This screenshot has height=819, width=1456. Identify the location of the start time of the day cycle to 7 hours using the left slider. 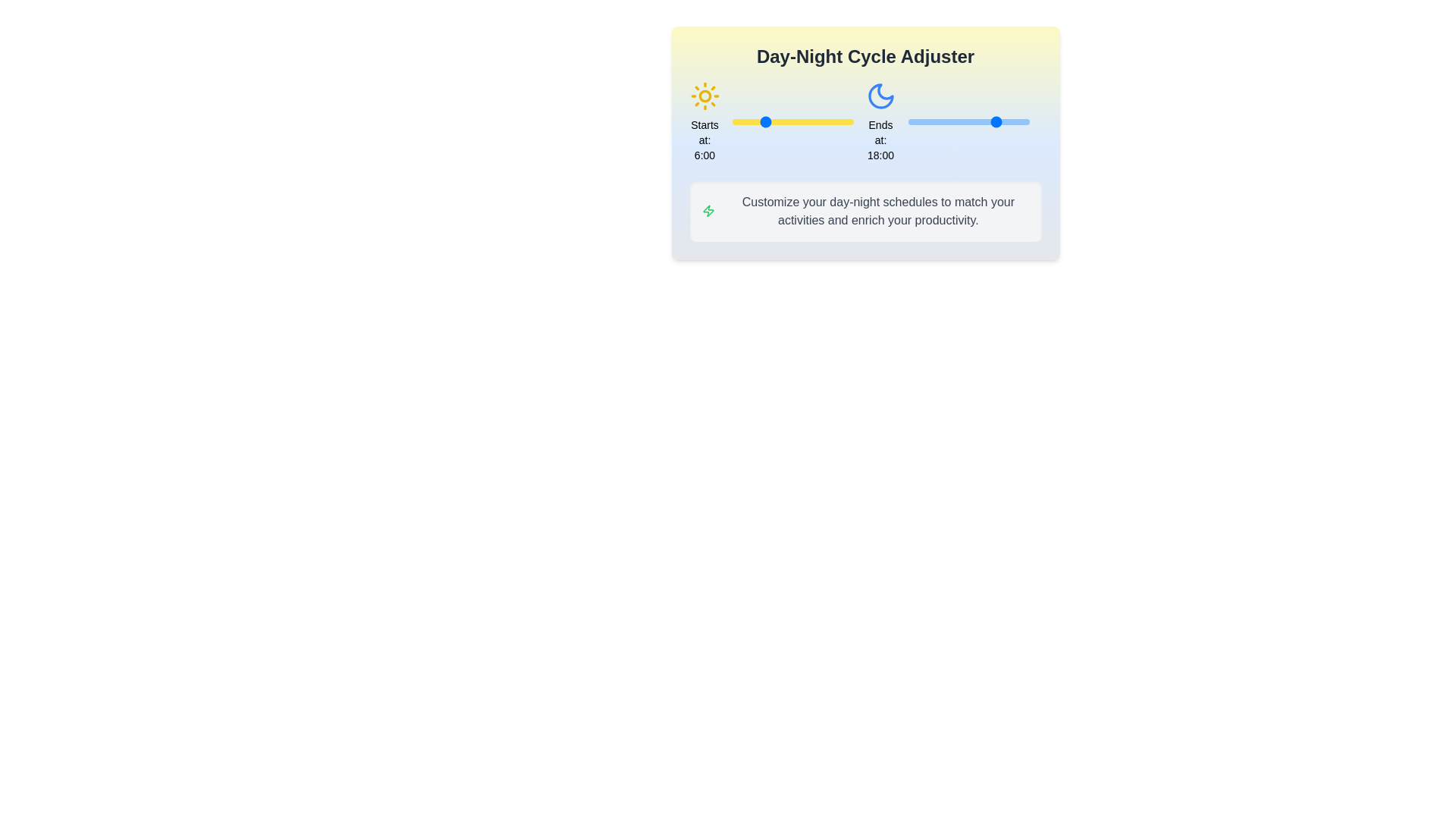
(767, 121).